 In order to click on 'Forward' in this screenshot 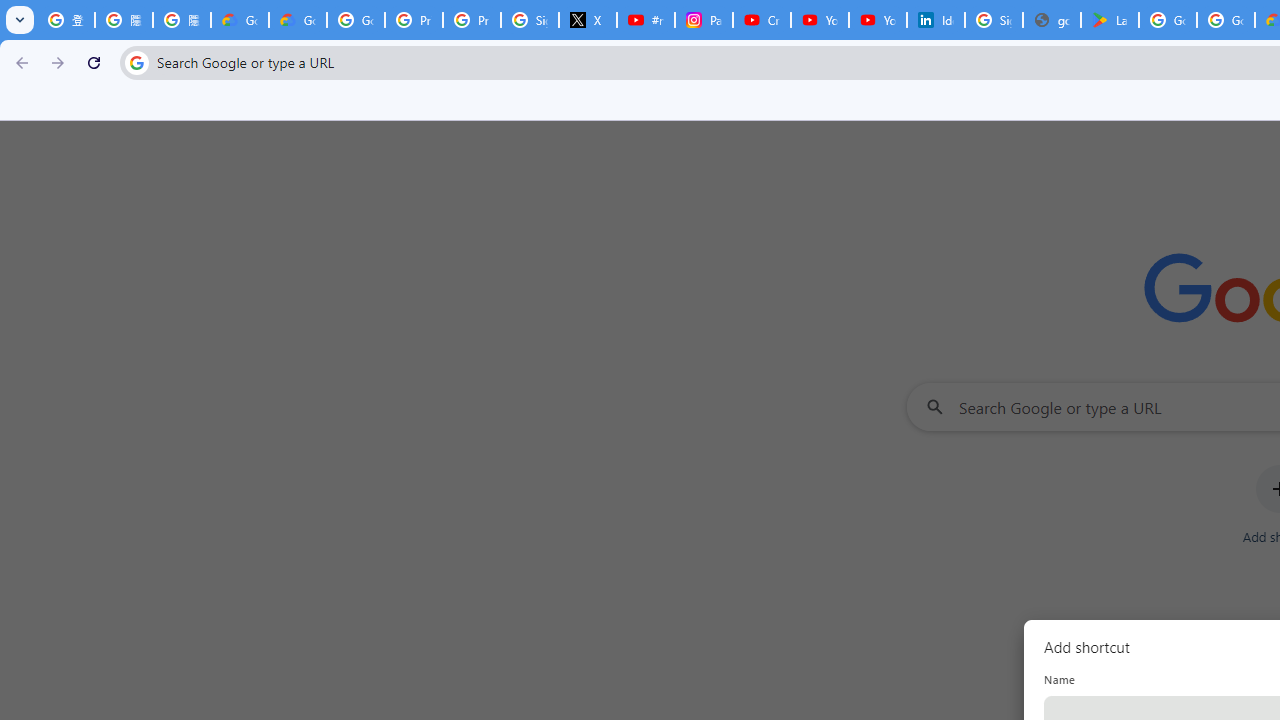, I will do `click(58, 61)`.